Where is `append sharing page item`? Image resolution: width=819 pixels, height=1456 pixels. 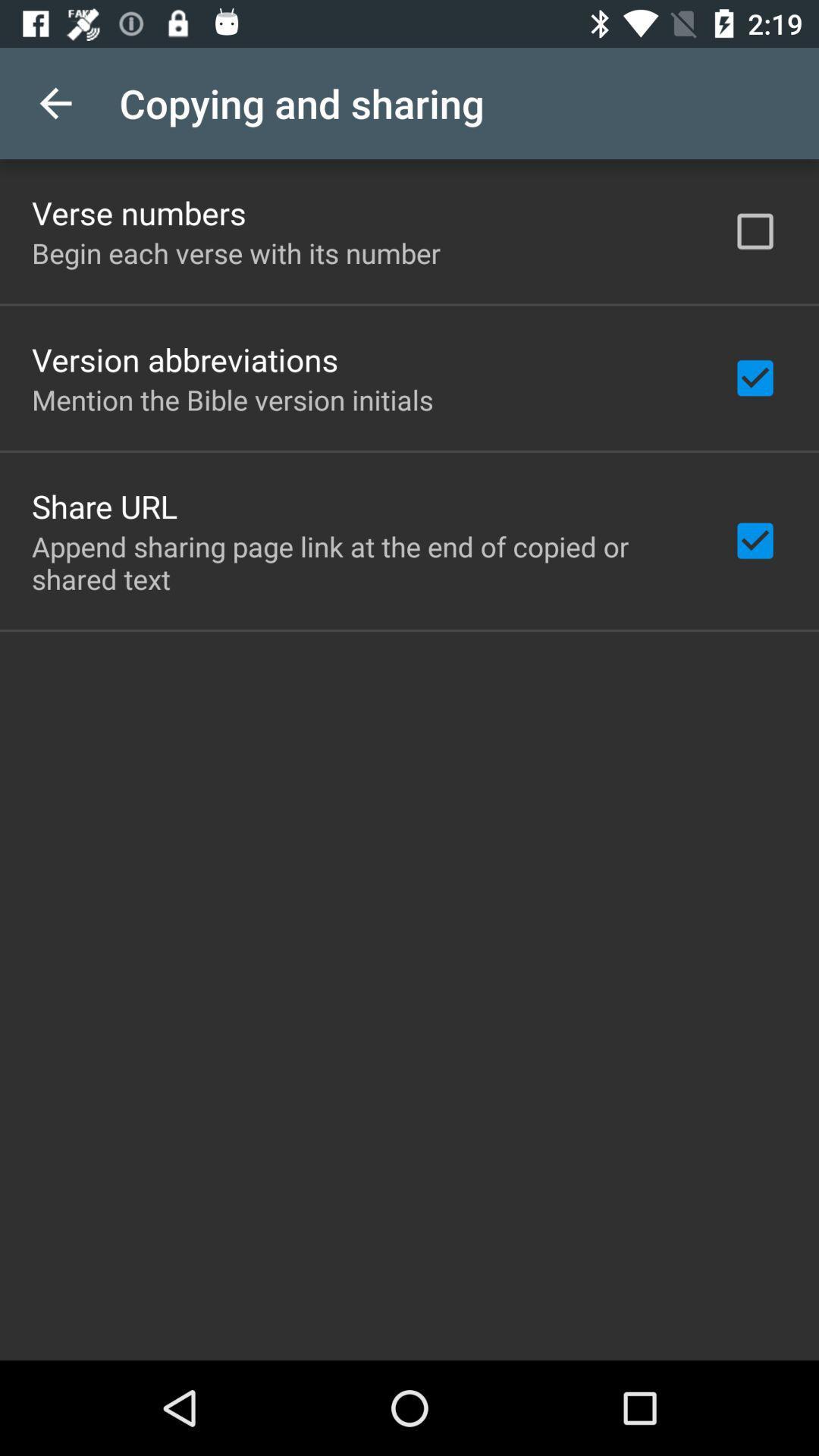
append sharing page item is located at coordinates (362, 562).